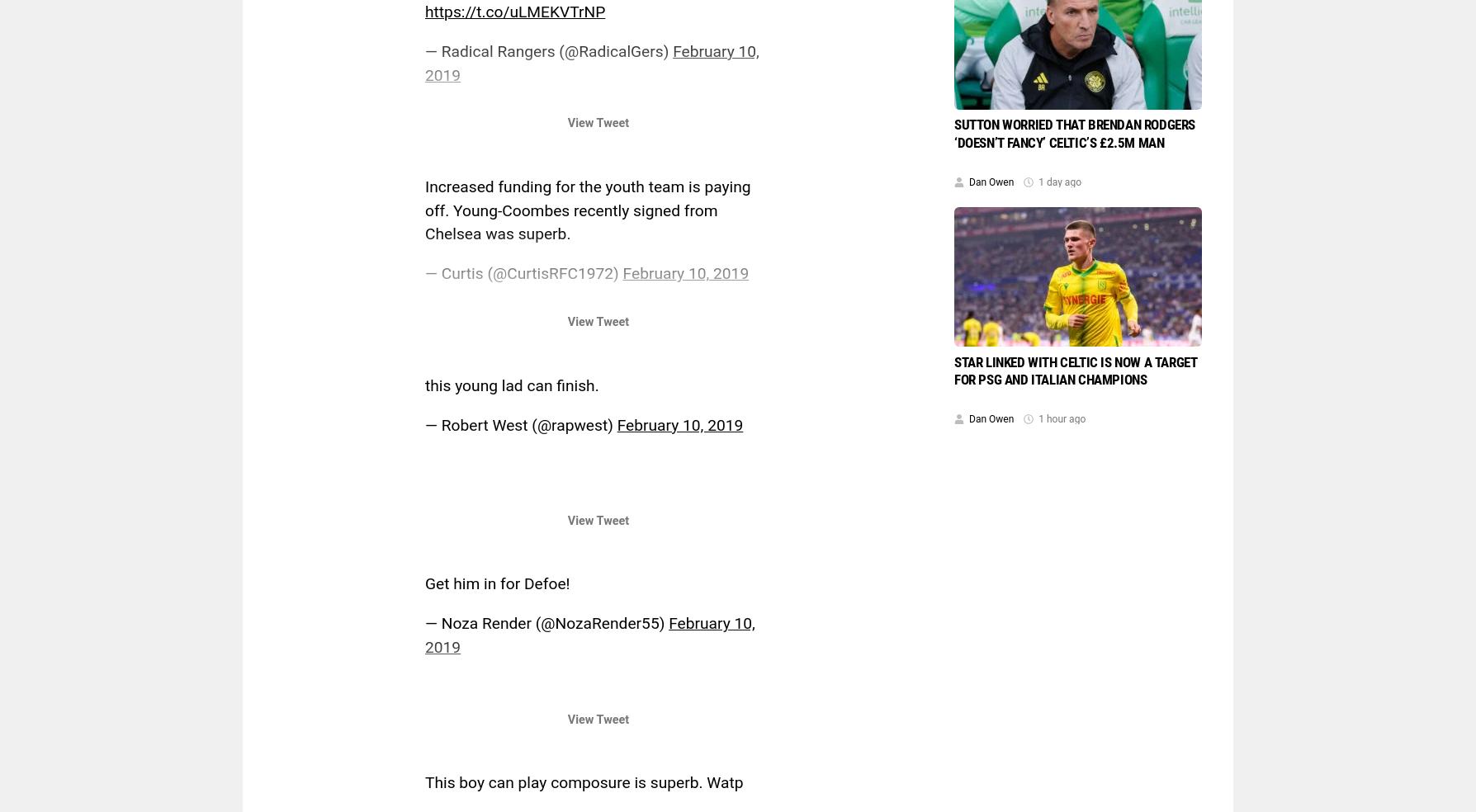 This screenshot has width=1476, height=812. Describe the element at coordinates (1038, 182) in the screenshot. I see `'1 day ago'` at that location.